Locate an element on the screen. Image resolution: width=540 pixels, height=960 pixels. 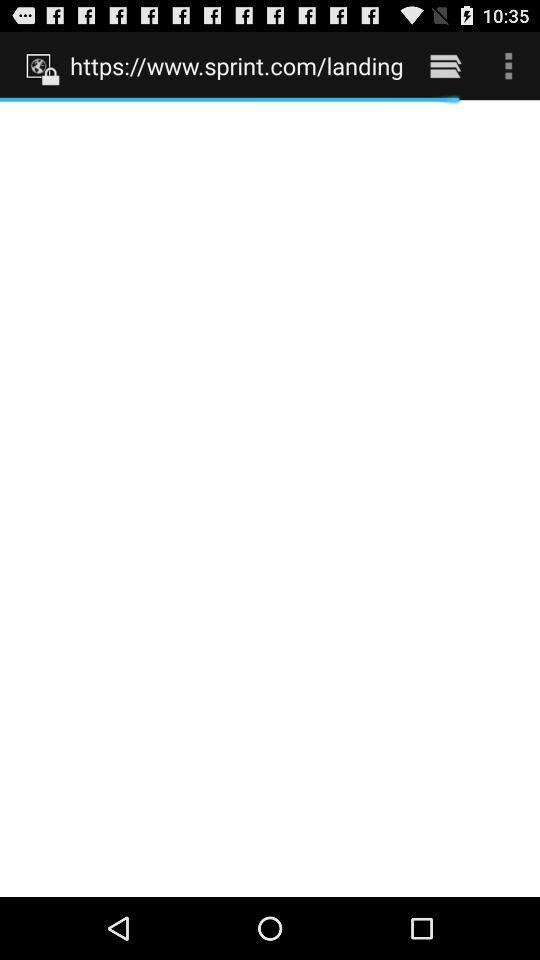
the icon to the right of https www sprint is located at coordinates (445, 65).